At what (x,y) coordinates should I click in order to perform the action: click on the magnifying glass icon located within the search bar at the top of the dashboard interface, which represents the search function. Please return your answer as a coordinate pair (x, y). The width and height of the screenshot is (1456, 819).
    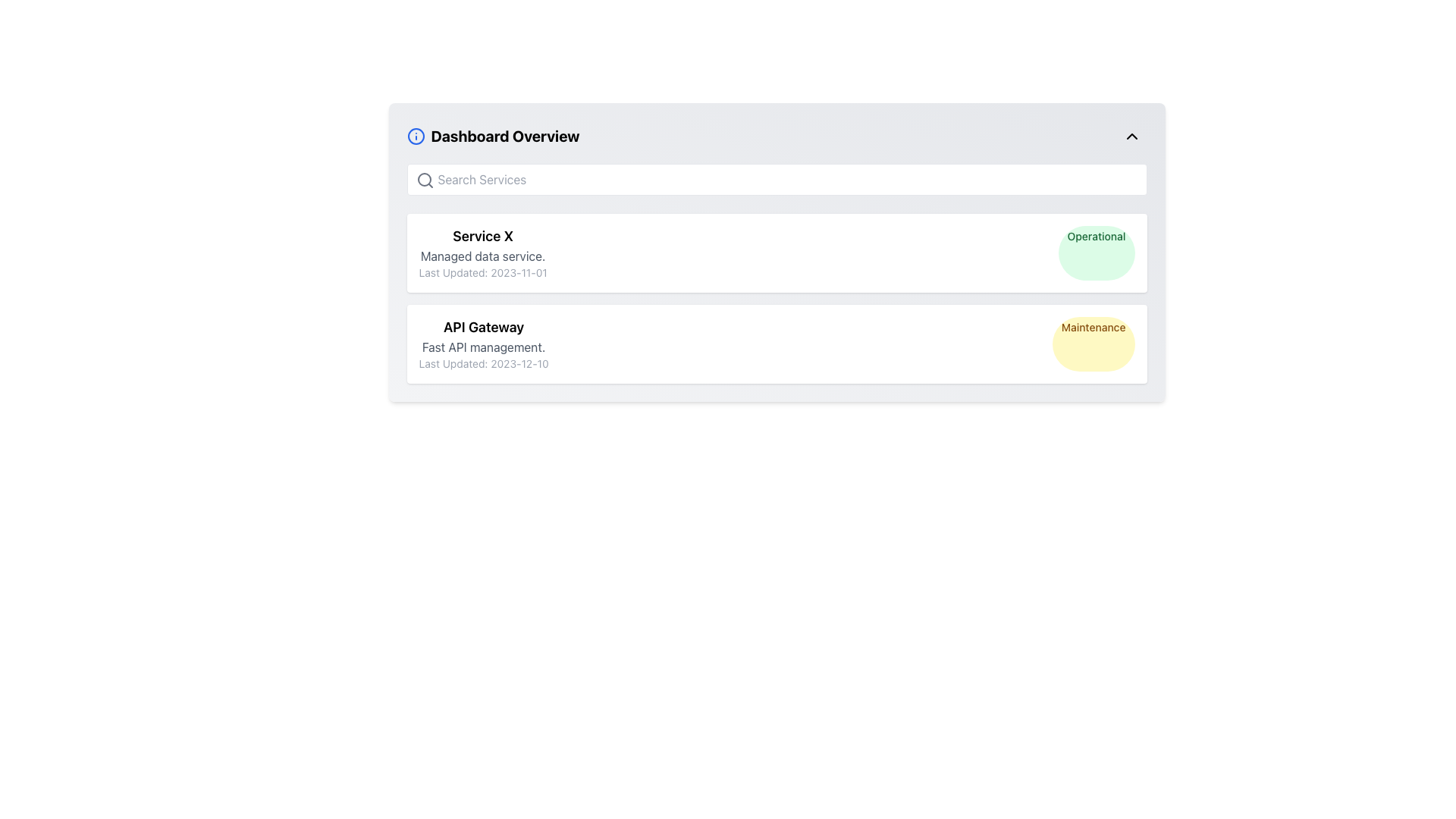
    Looking at the image, I should click on (425, 180).